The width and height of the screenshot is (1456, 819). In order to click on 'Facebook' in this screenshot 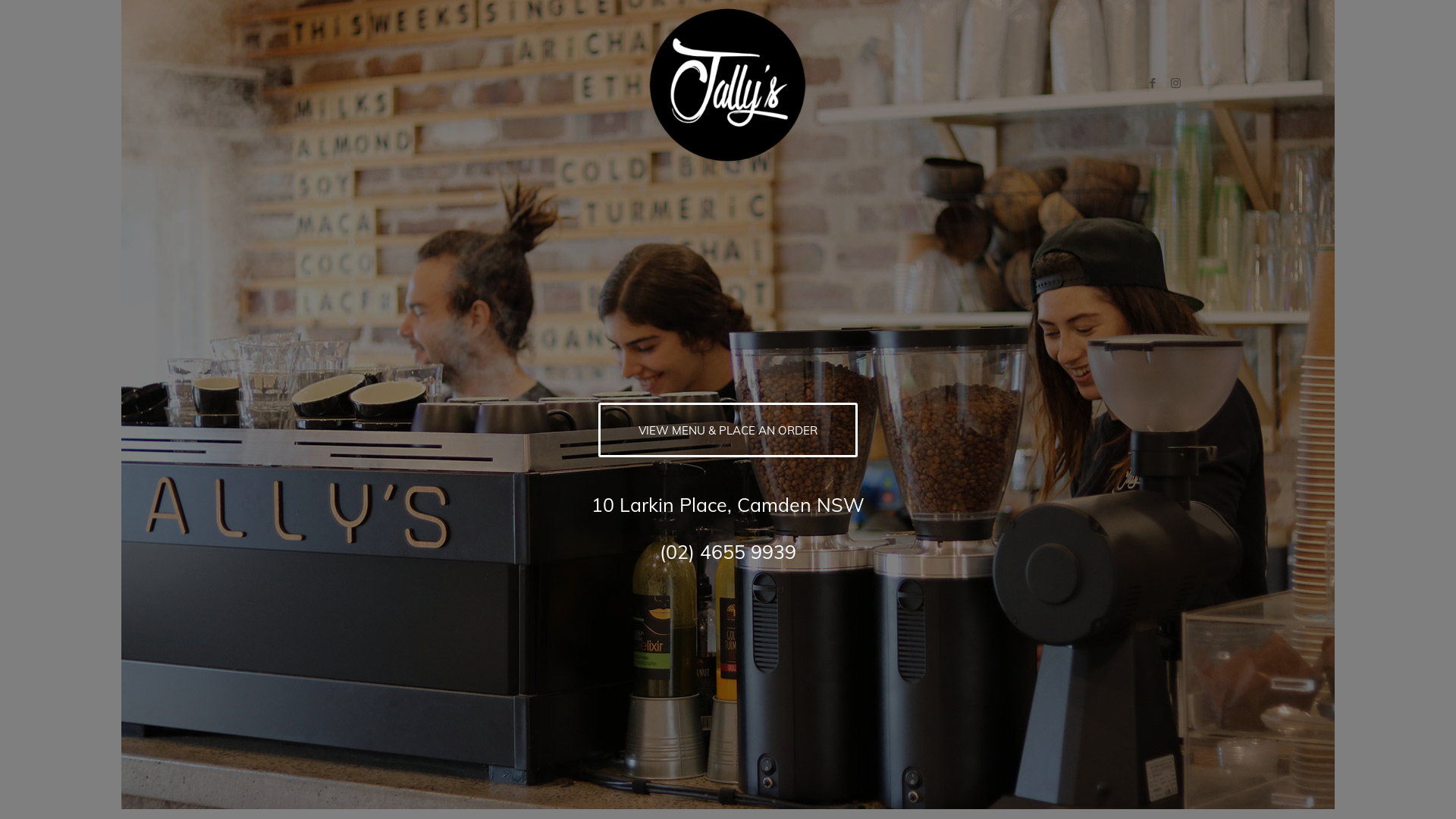, I will do `click(1153, 83)`.